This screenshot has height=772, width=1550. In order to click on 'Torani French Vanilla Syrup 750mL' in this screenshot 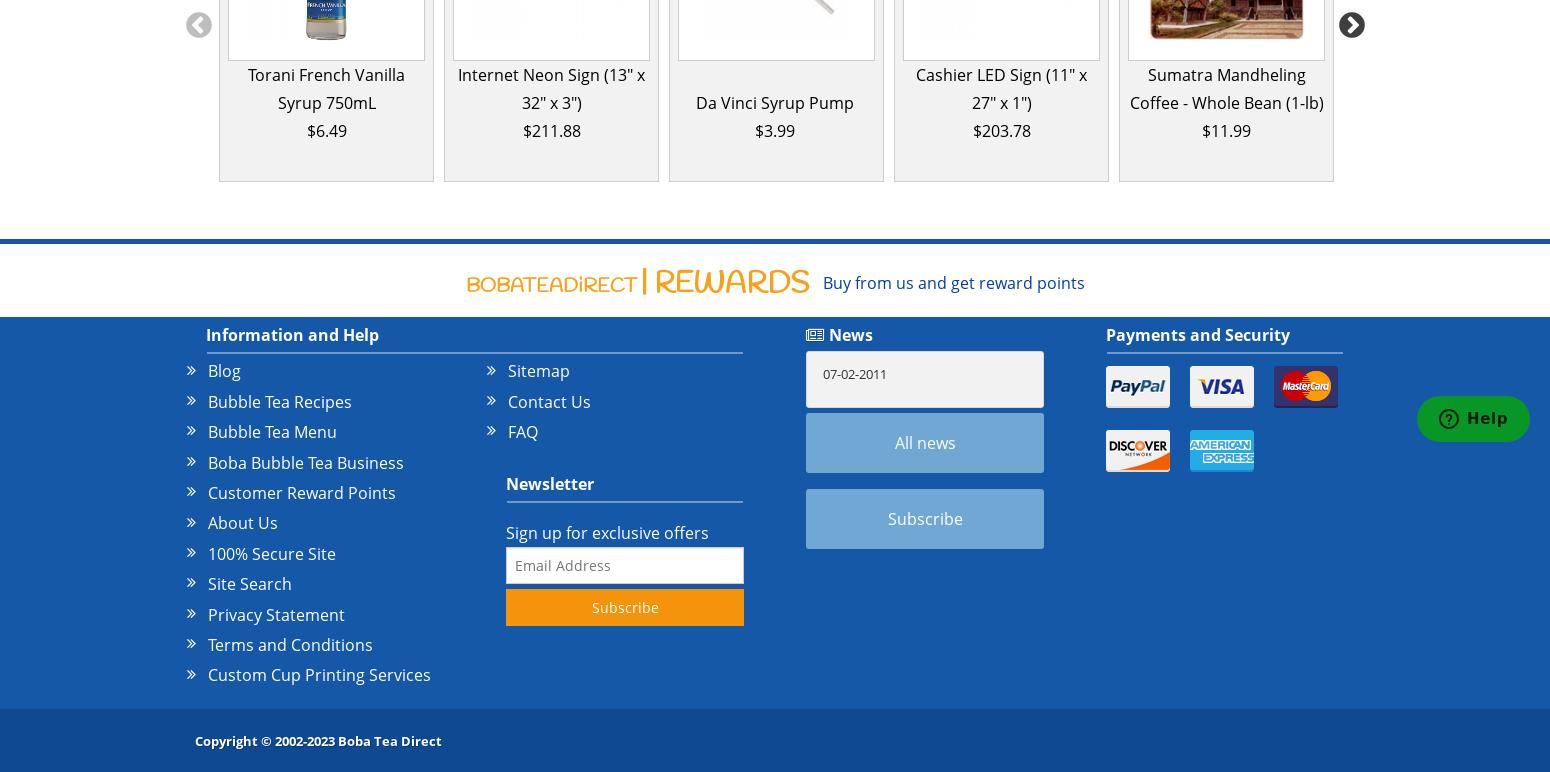, I will do `click(325, 88)`.